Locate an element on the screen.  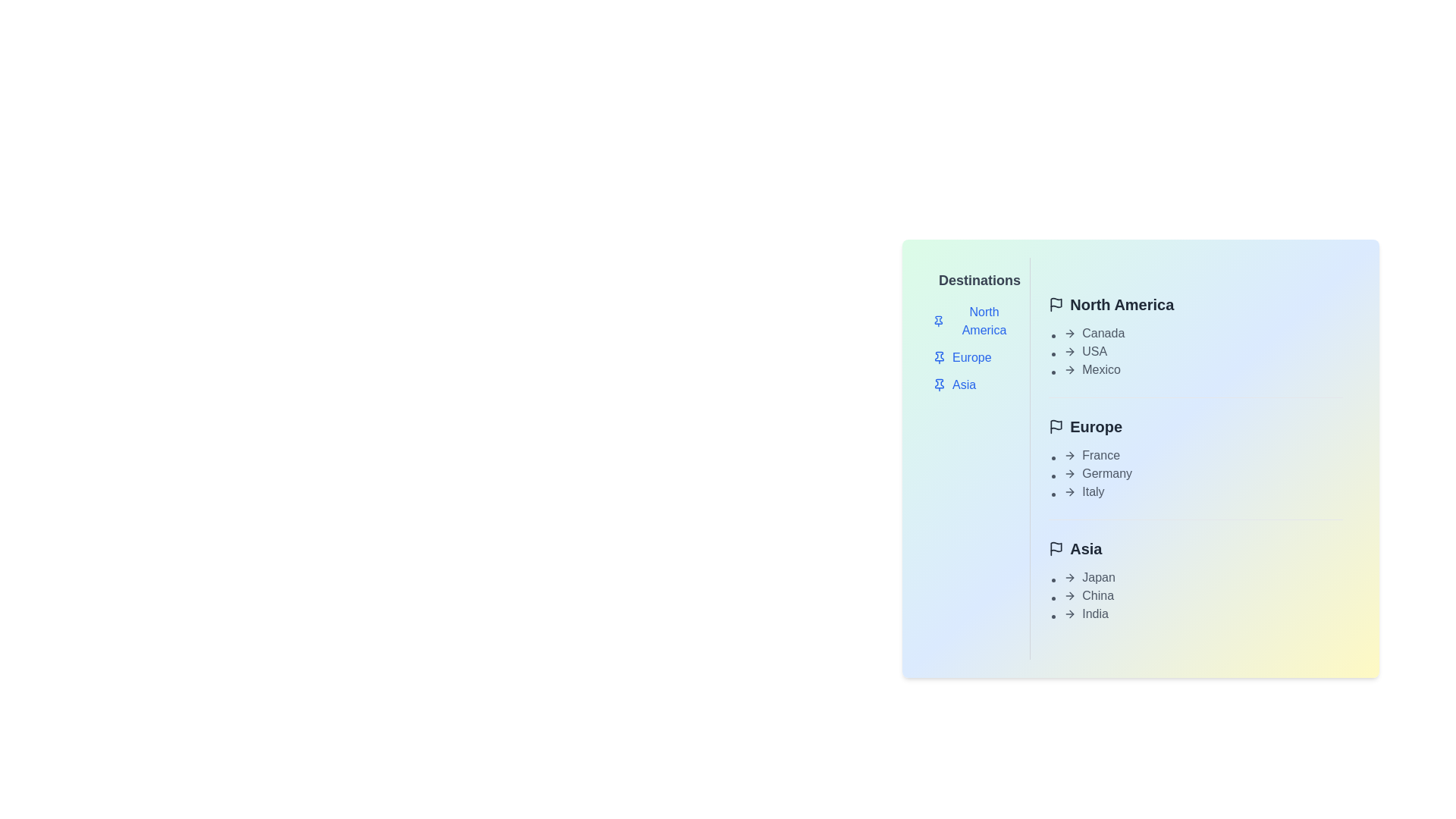
the stylized flag icon representing the 'North America' section in the Destinations panel, which is part of an icon-text pair aligned to the left of the 'North America' title is located at coordinates (1056, 303).